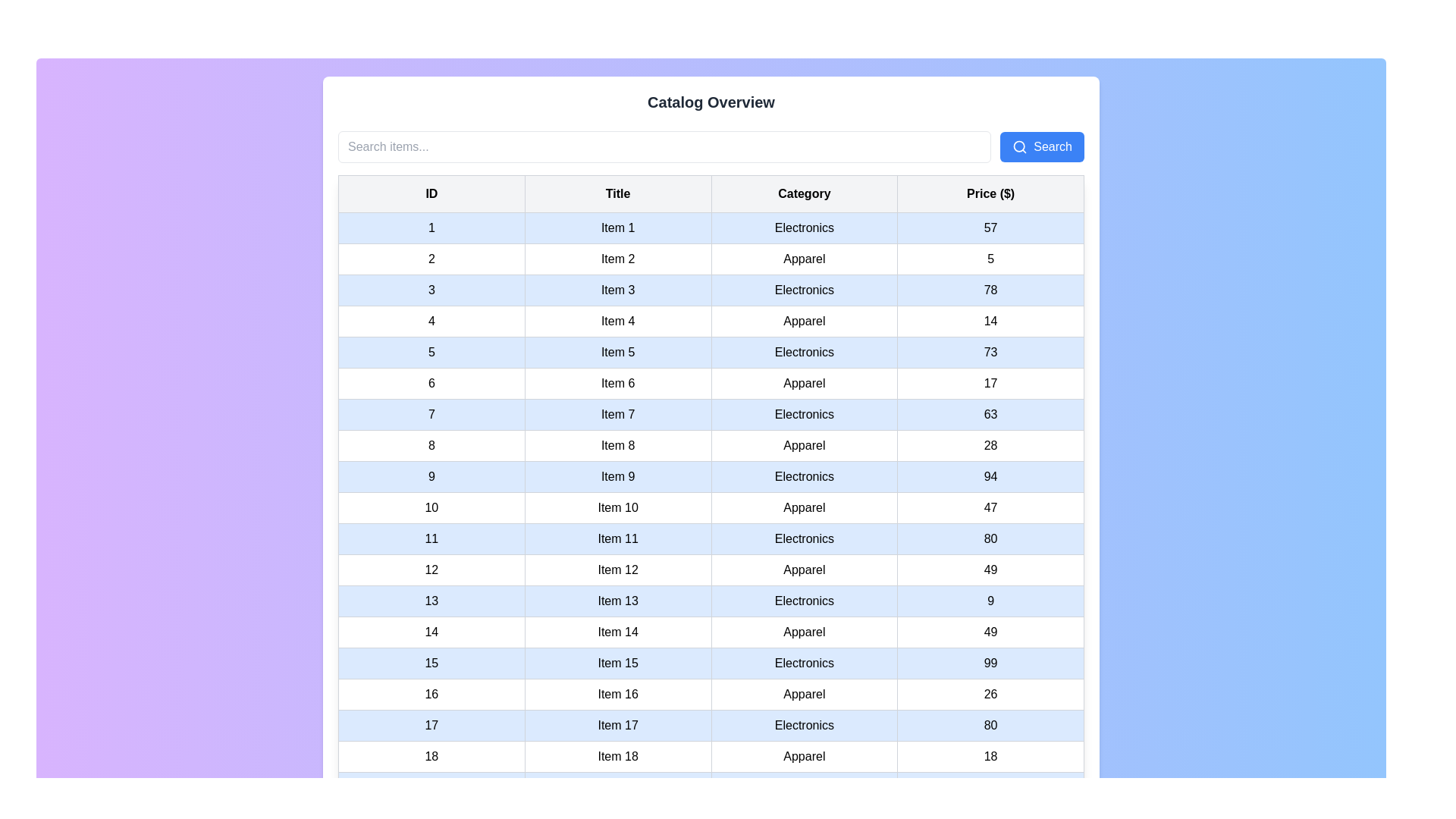 This screenshot has width=1456, height=819. Describe the element at coordinates (431, 321) in the screenshot. I see `the table cell displaying the unique identifier in the 'ID' column located in the fourth row, which has a white background` at that location.